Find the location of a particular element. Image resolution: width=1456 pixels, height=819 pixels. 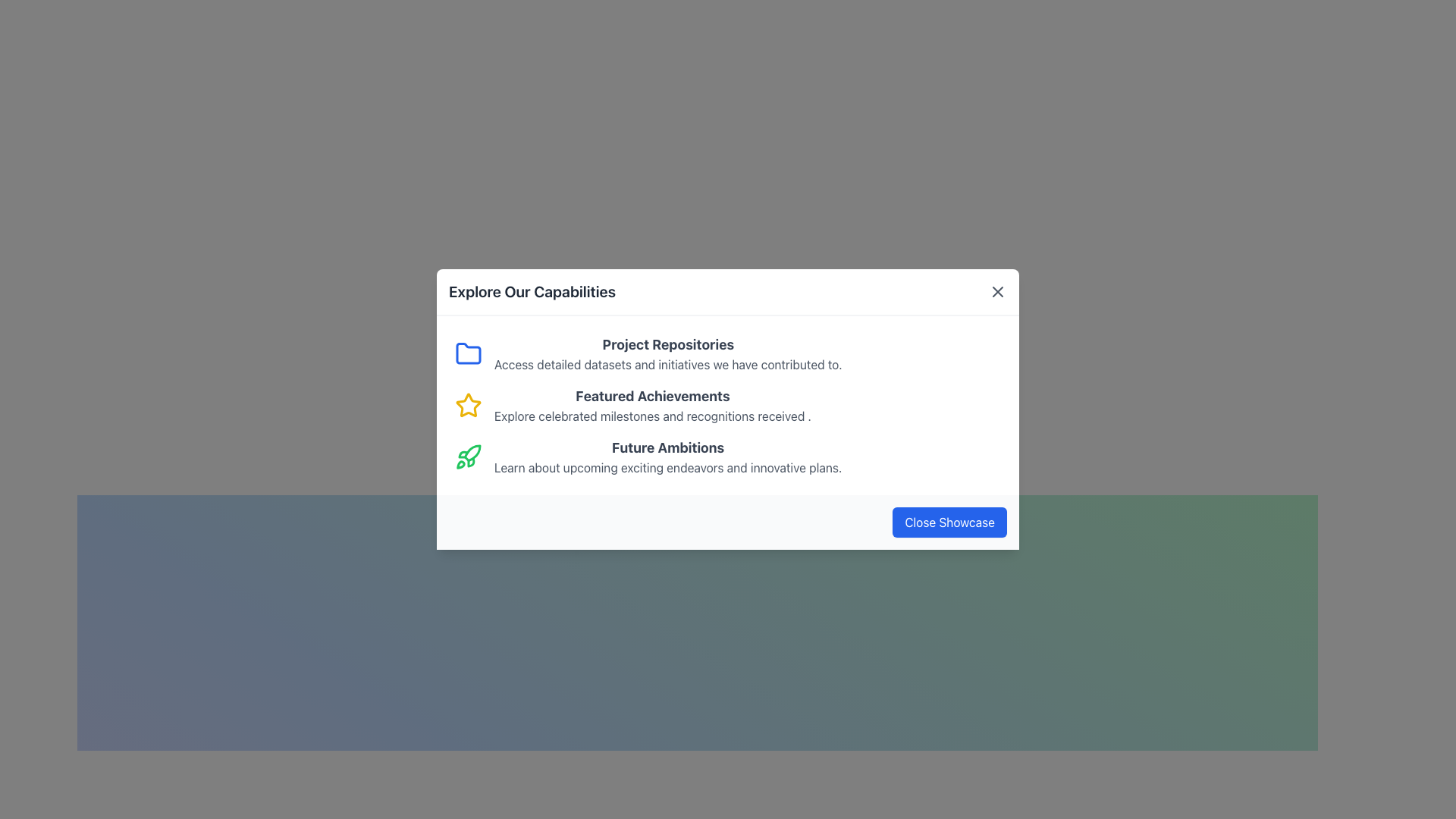

the decorative star icon associated with 'Featured Achievements' located in the middle of the dialog box is located at coordinates (468, 404).